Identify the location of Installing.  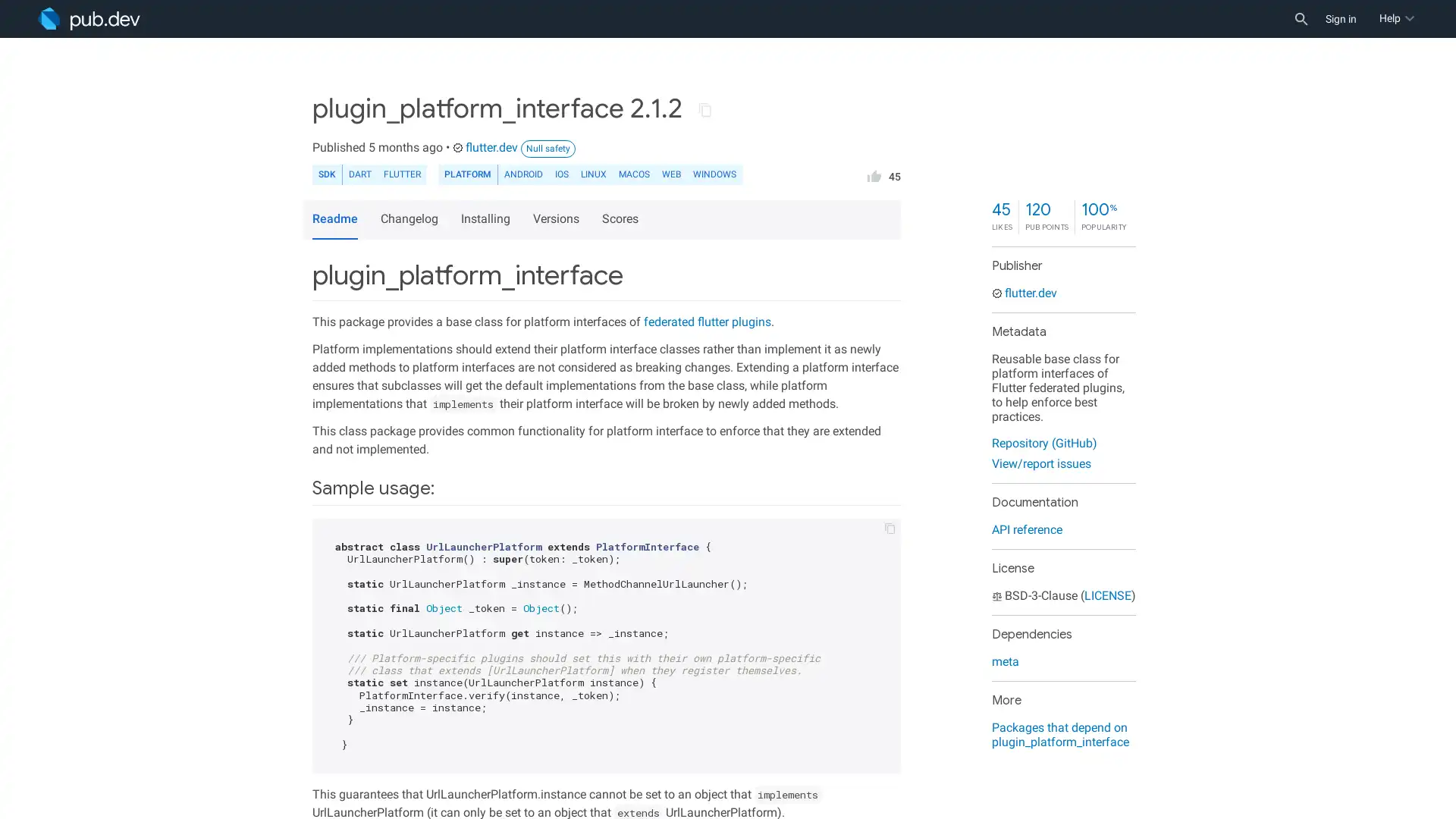
(488, 219).